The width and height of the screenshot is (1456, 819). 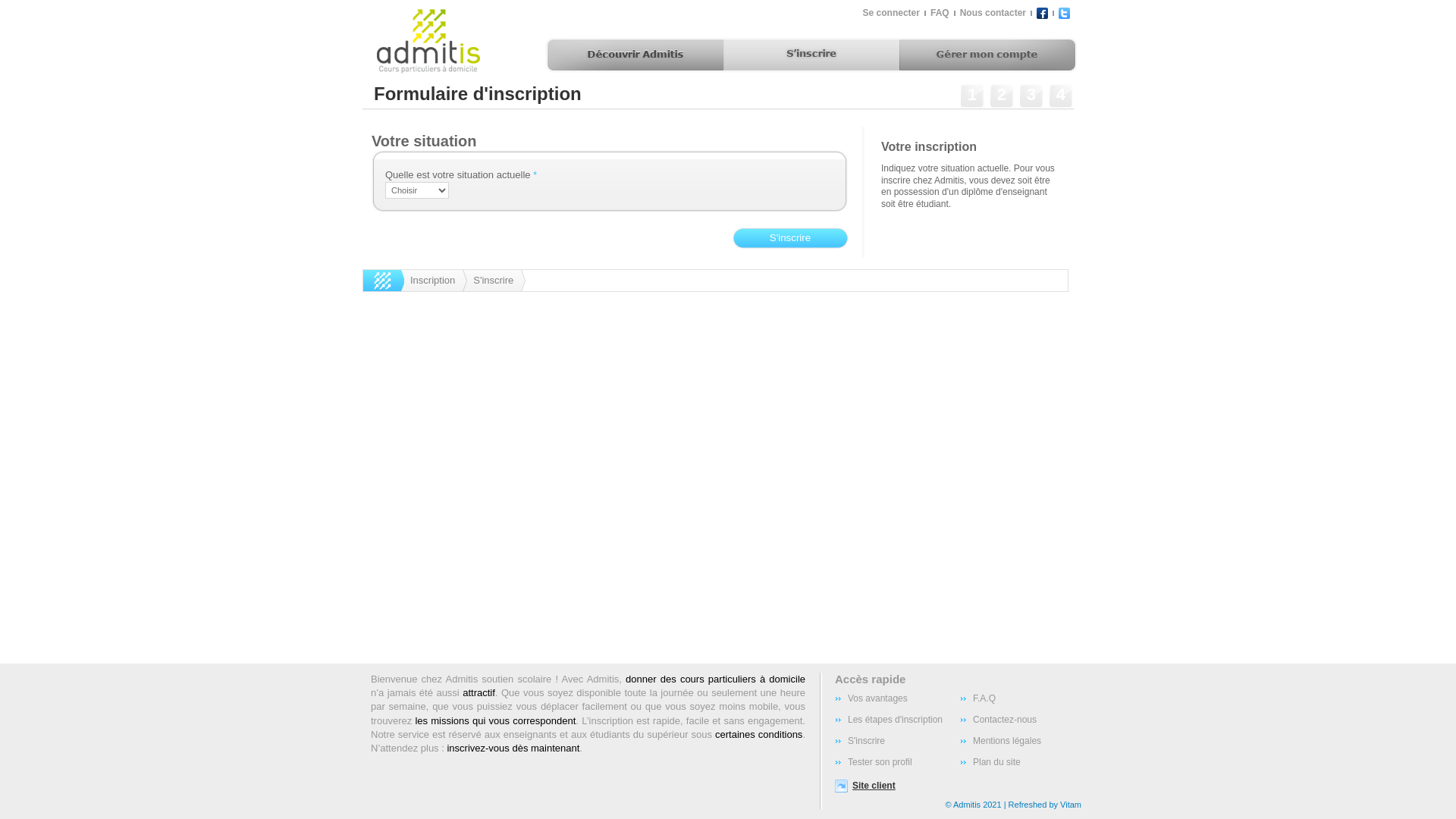 I want to click on 'Refreshed by Vitam', so click(x=1043, y=803).